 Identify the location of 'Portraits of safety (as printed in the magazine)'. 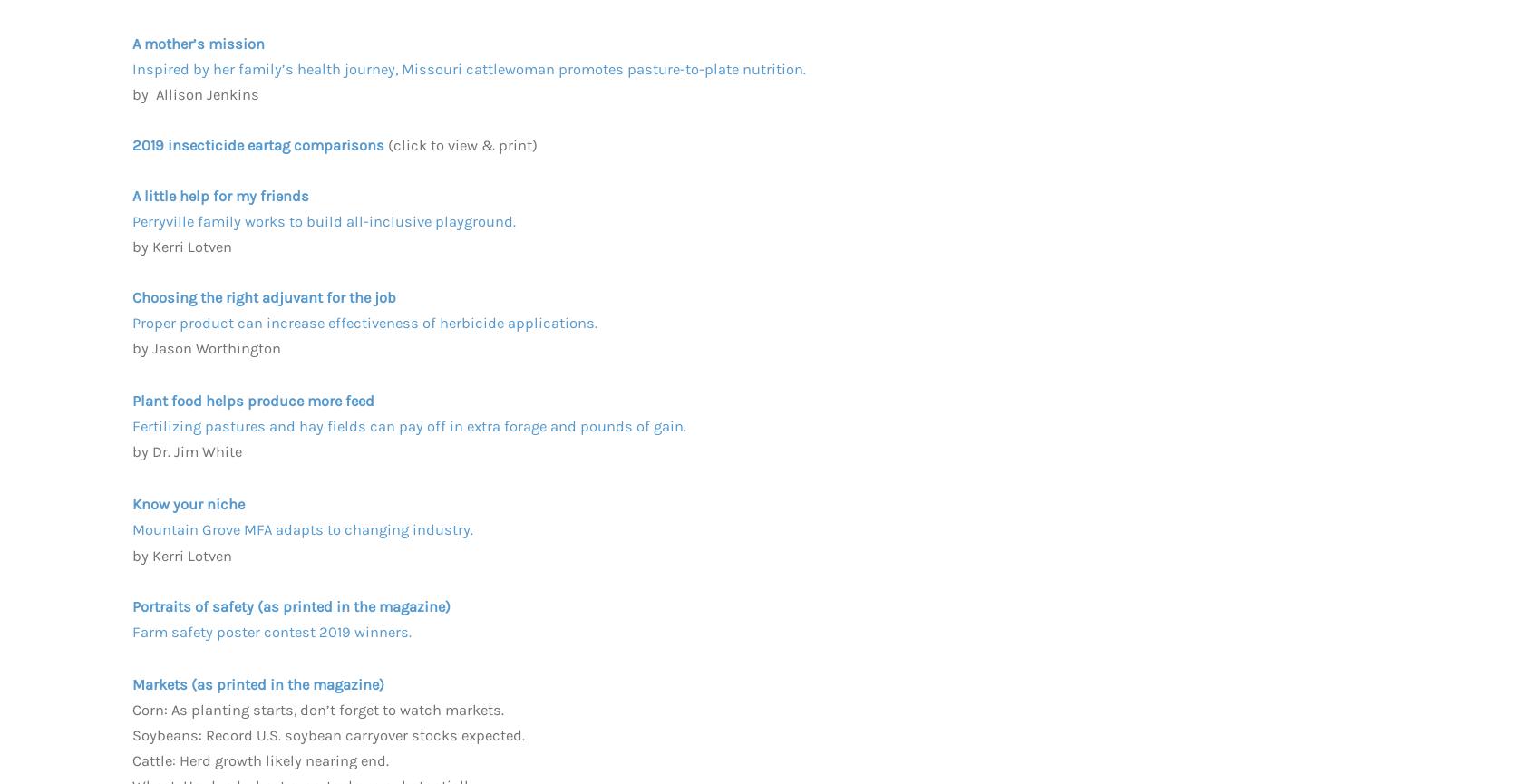
(290, 605).